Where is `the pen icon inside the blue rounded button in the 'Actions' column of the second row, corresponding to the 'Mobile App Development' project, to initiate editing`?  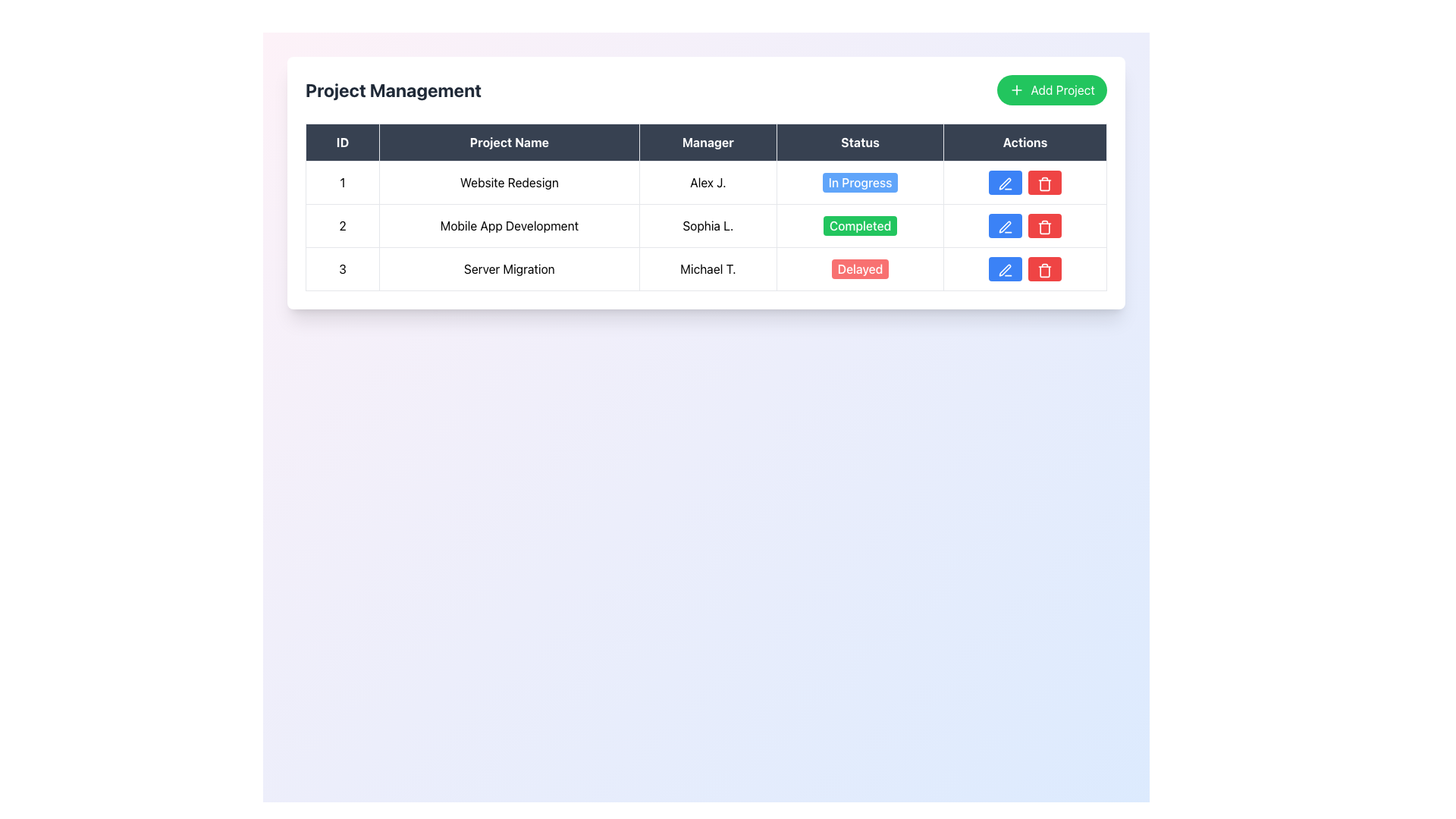 the pen icon inside the blue rounded button in the 'Actions' column of the second row, corresponding to the 'Mobile App Development' project, to initiate editing is located at coordinates (1006, 227).